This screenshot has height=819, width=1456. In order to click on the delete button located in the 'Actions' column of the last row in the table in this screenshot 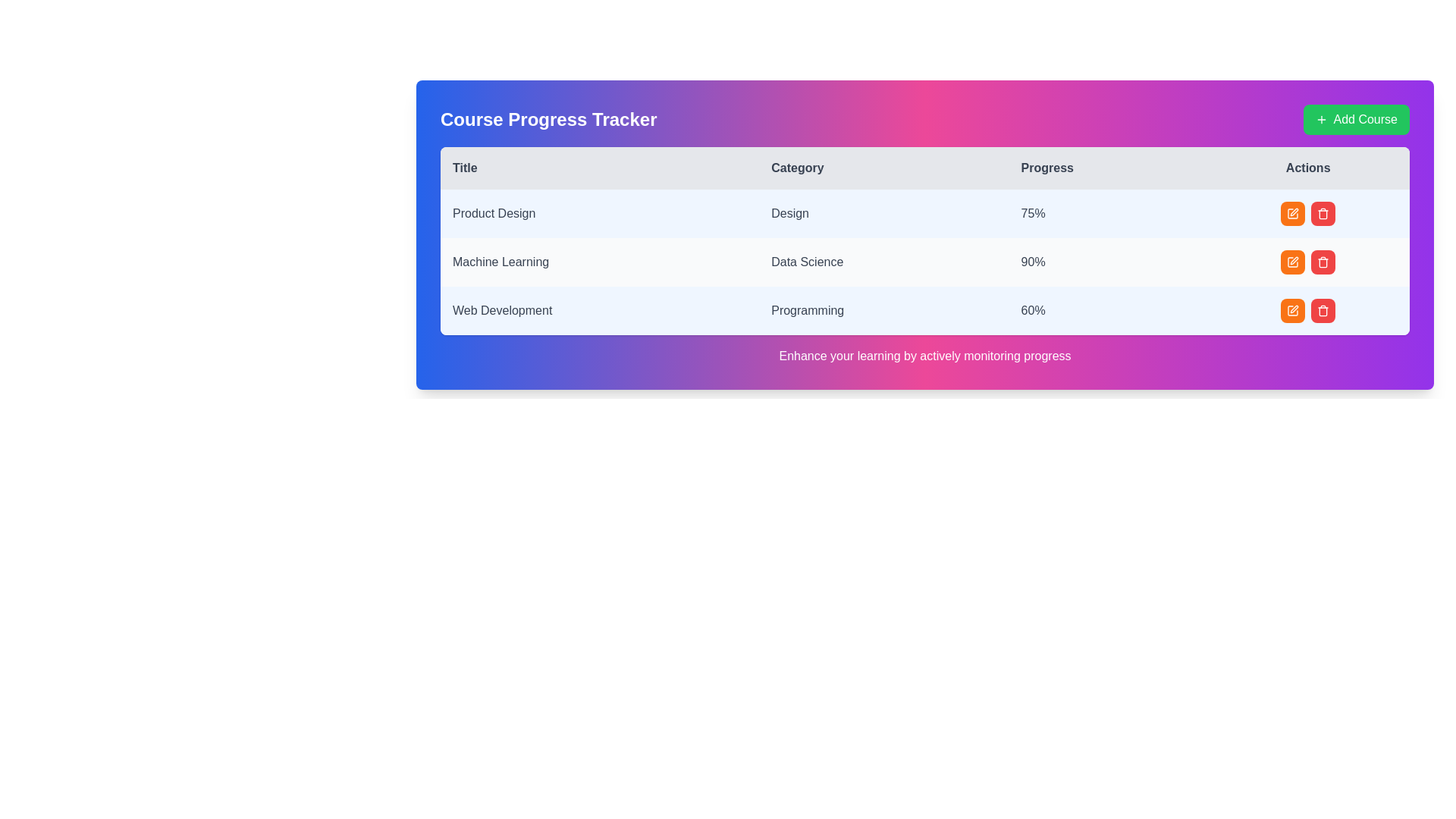, I will do `click(1323, 309)`.